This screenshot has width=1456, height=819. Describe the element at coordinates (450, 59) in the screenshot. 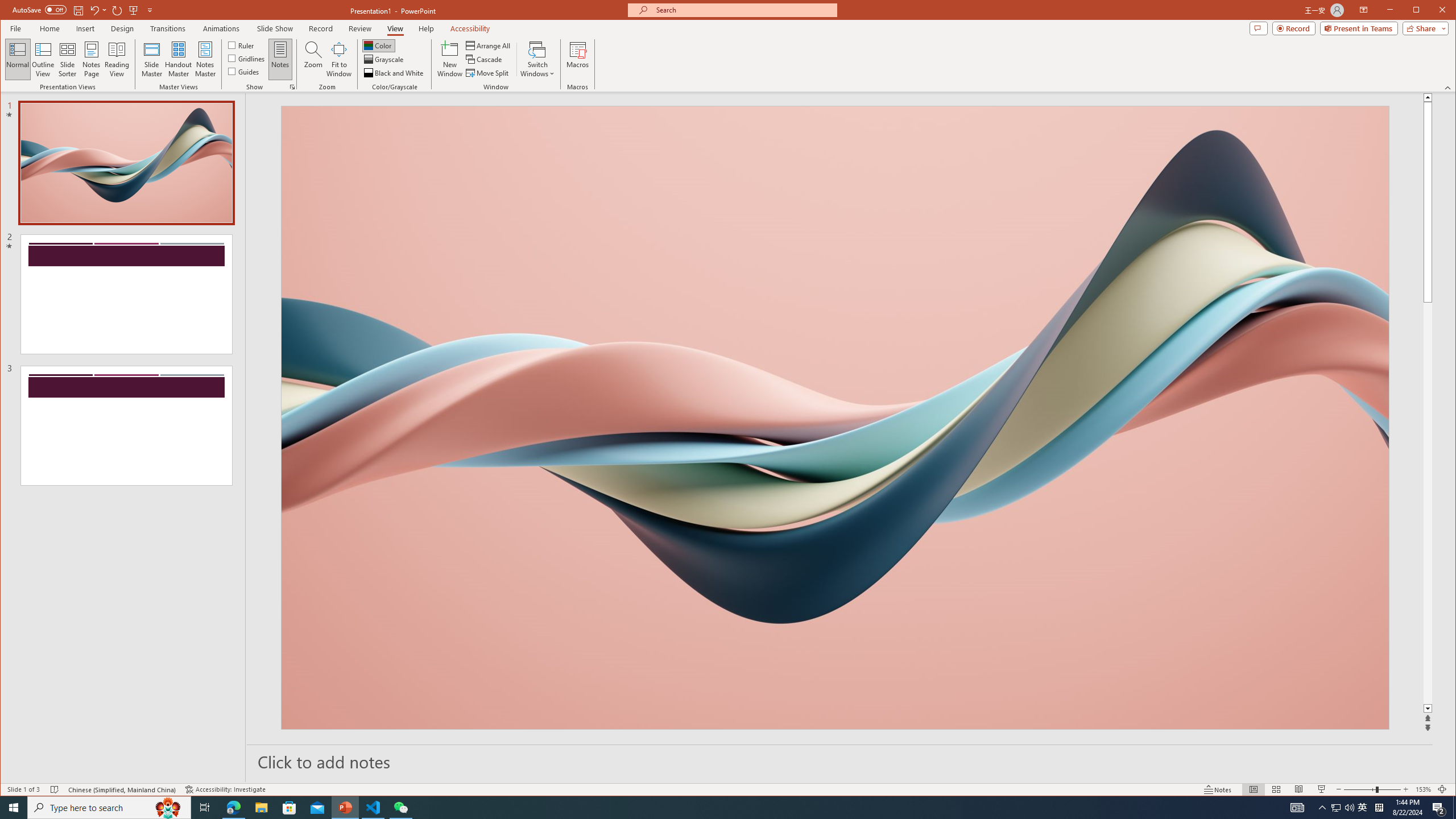

I see `'New Window'` at that location.